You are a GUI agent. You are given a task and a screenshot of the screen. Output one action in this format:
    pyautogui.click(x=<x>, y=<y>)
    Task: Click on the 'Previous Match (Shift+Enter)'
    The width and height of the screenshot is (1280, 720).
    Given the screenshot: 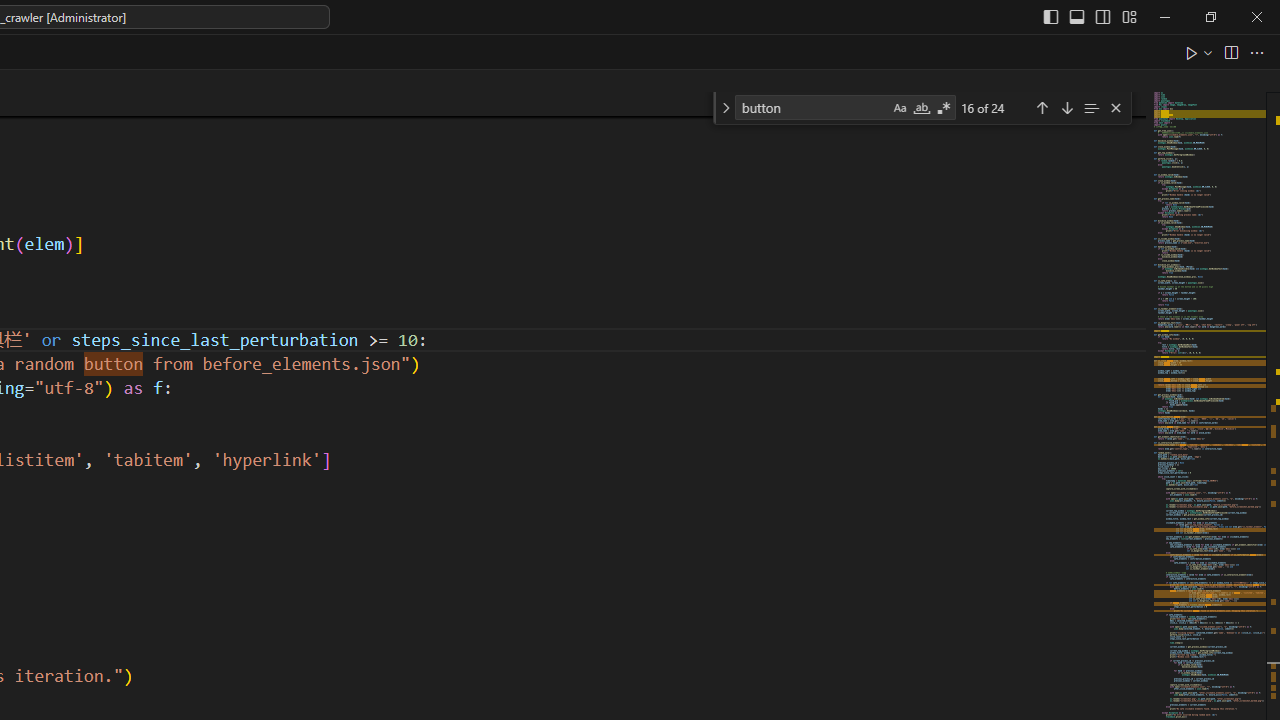 What is the action you would take?
    pyautogui.click(x=1040, y=107)
    